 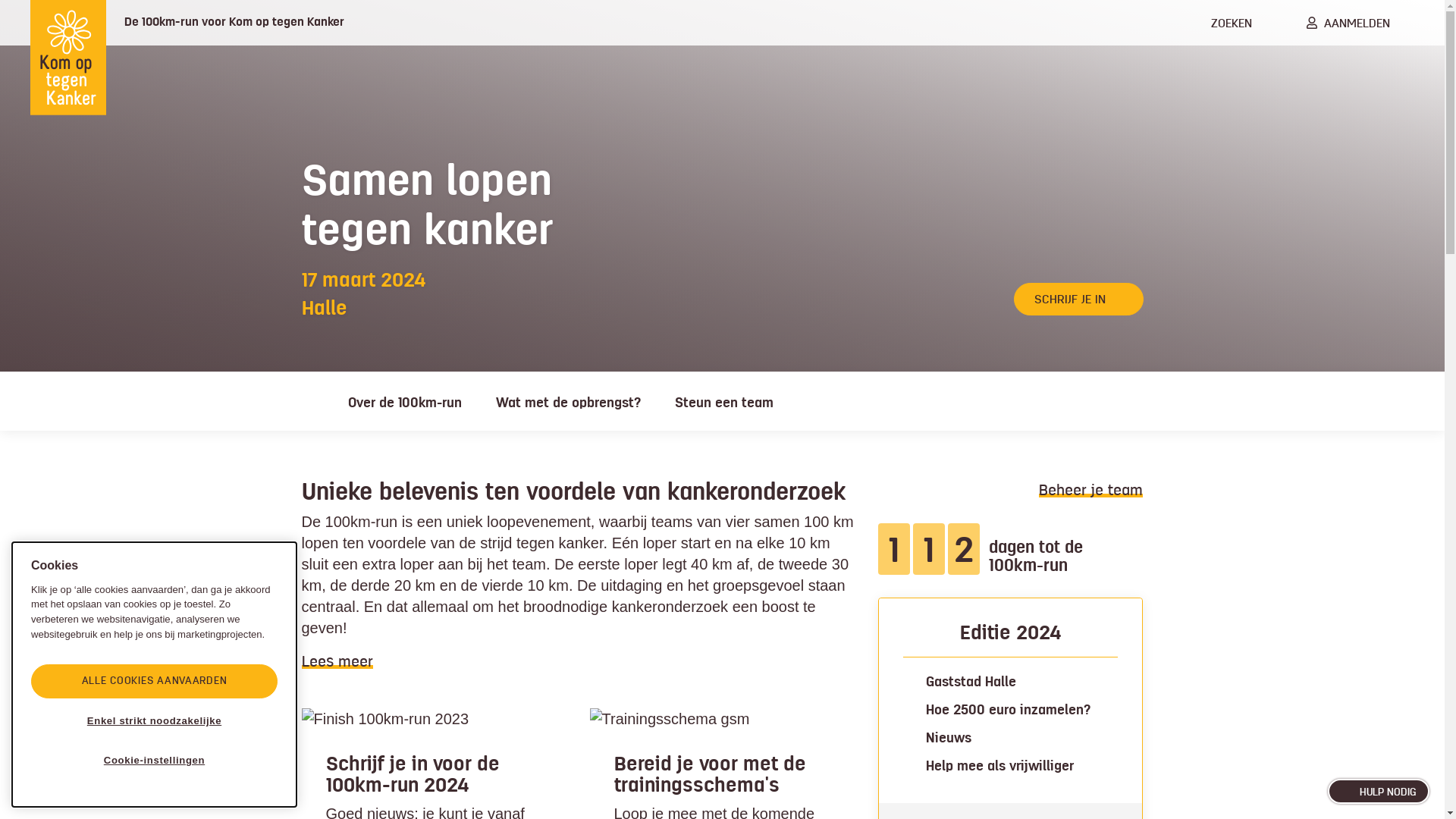 What do you see at coordinates (999, 766) in the screenshot?
I see `'Help mee als vrijwilliger'` at bounding box center [999, 766].